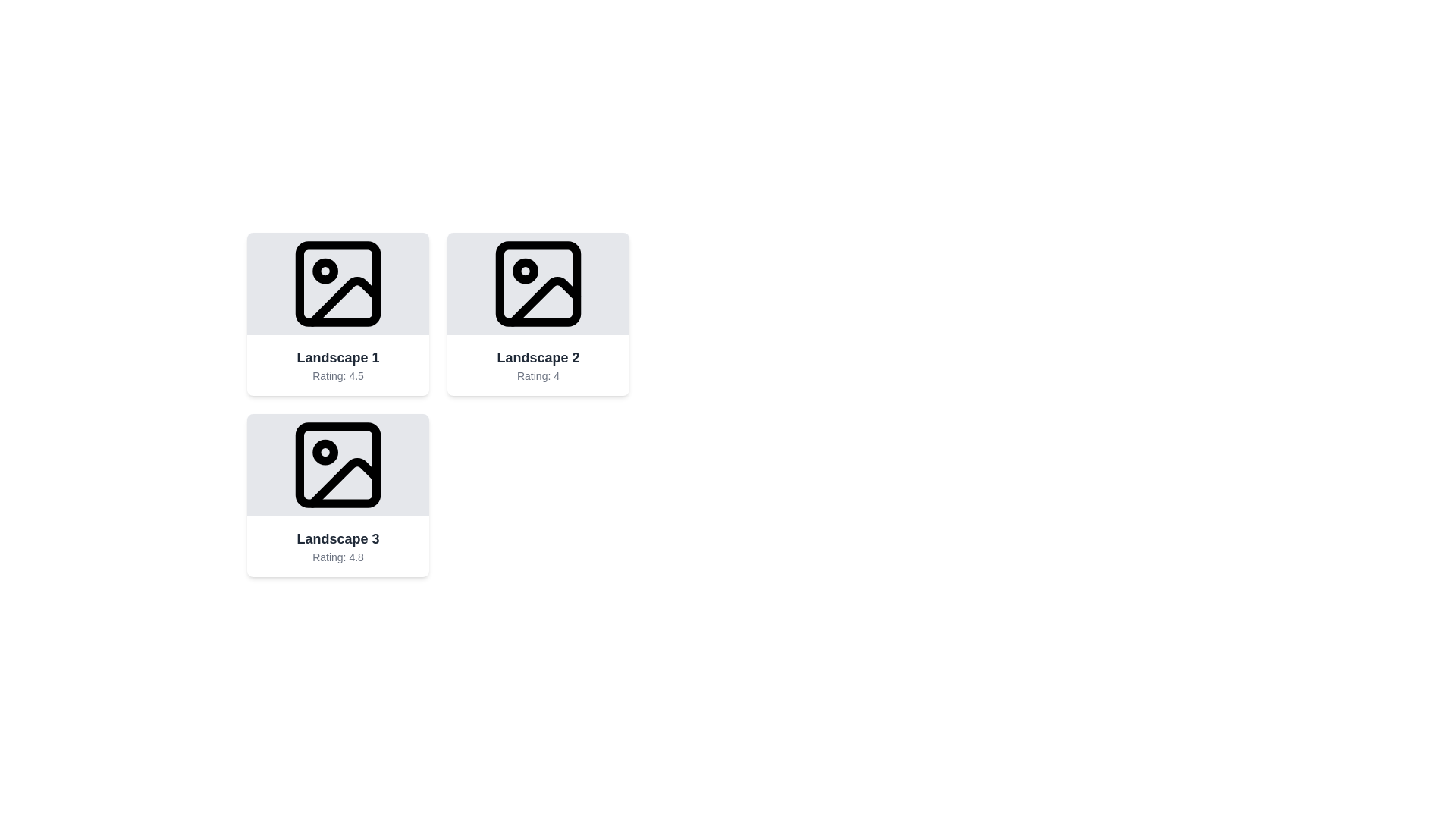 The width and height of the screenshot is (1456, 819). I want to click on the text block titled 'Landscape 1' with the caption 'Rating: 4.5' located in the top-left card of a 2x2 grid layout, positioned below a thumbnail image, so click(337, 366).